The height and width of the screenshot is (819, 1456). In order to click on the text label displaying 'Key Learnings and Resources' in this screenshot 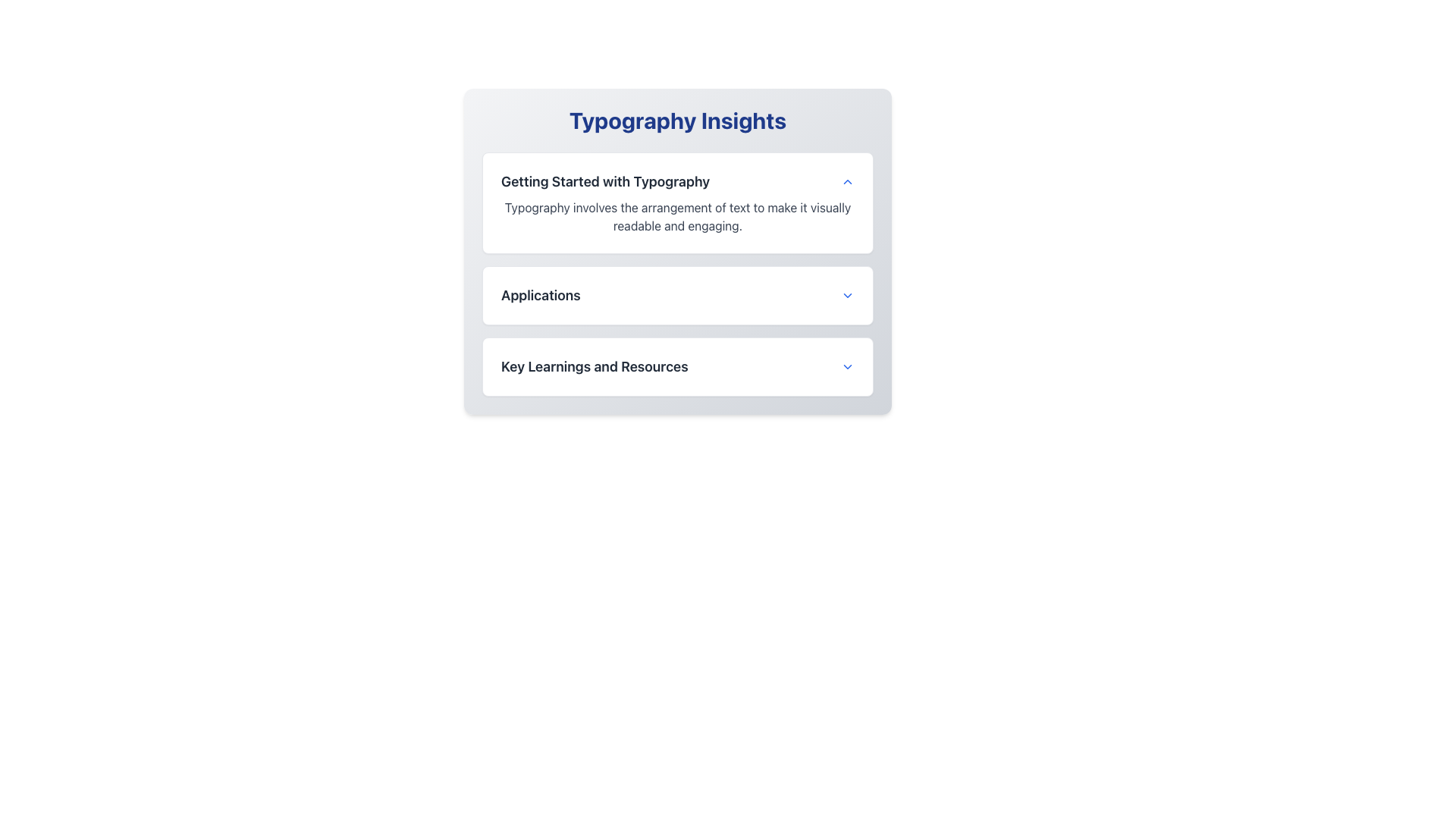, I will do `click(594, 366)`.